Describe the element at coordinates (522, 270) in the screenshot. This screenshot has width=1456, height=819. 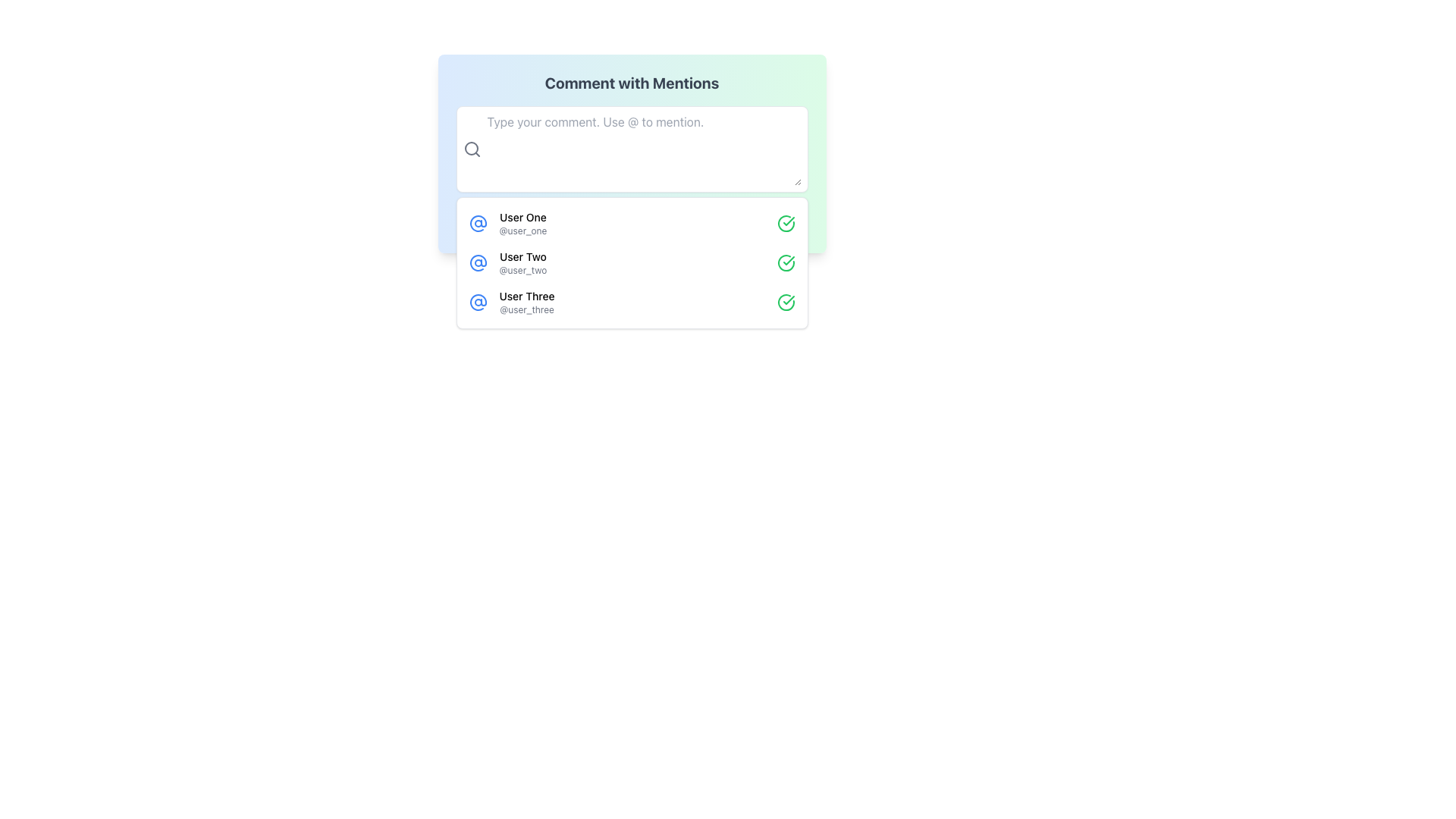
I see `the label element that identifies the user 'User Two' in the list of user suggestions` at that location.